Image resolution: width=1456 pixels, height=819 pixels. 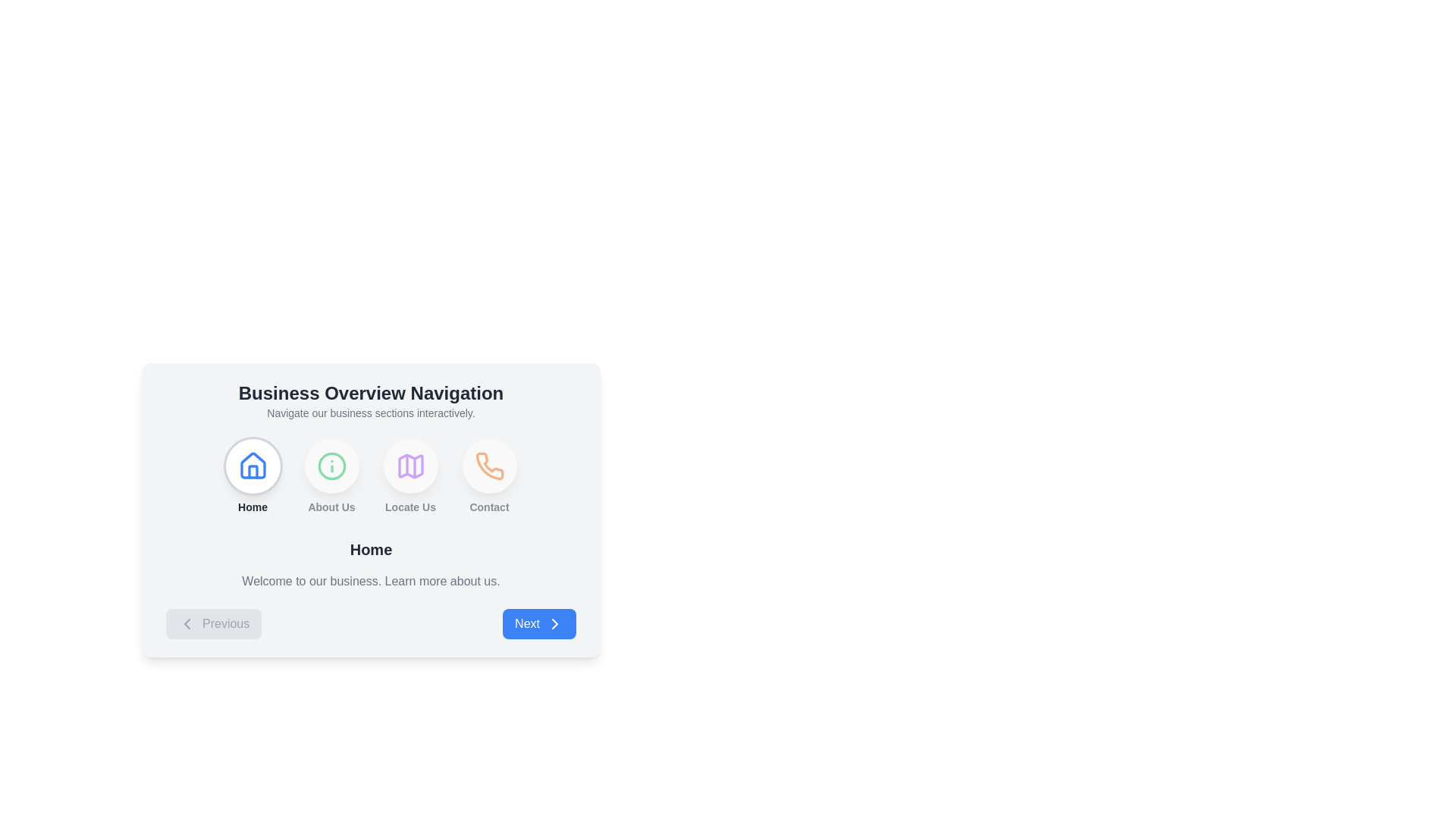 I want to click on the welcome message text label located under the 'Home' heading, which provides contextual information about the business and encourages exploration, so click(x=371, y=581).